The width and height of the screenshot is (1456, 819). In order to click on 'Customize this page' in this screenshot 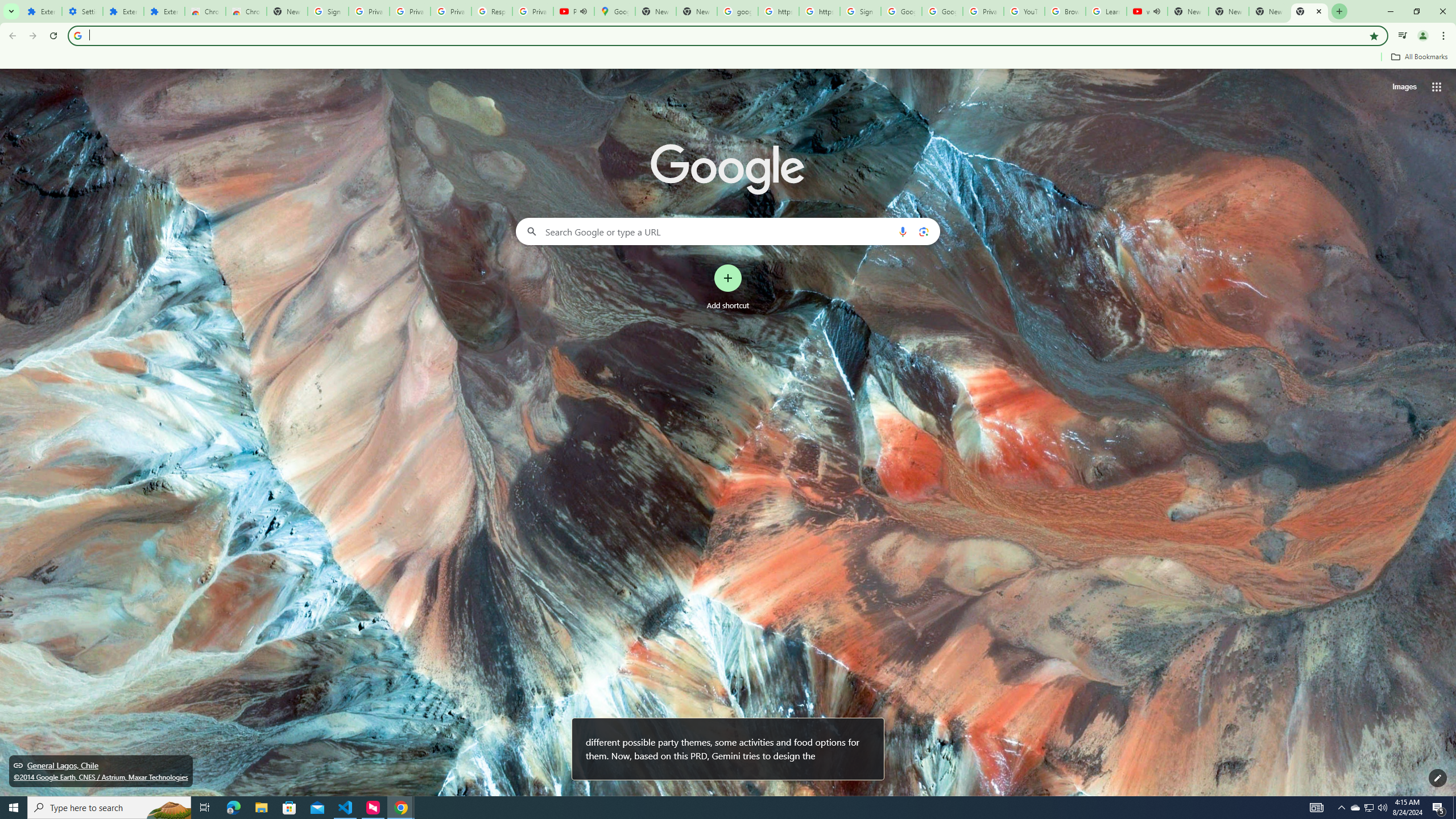, I will do `click(1437, 777)`.